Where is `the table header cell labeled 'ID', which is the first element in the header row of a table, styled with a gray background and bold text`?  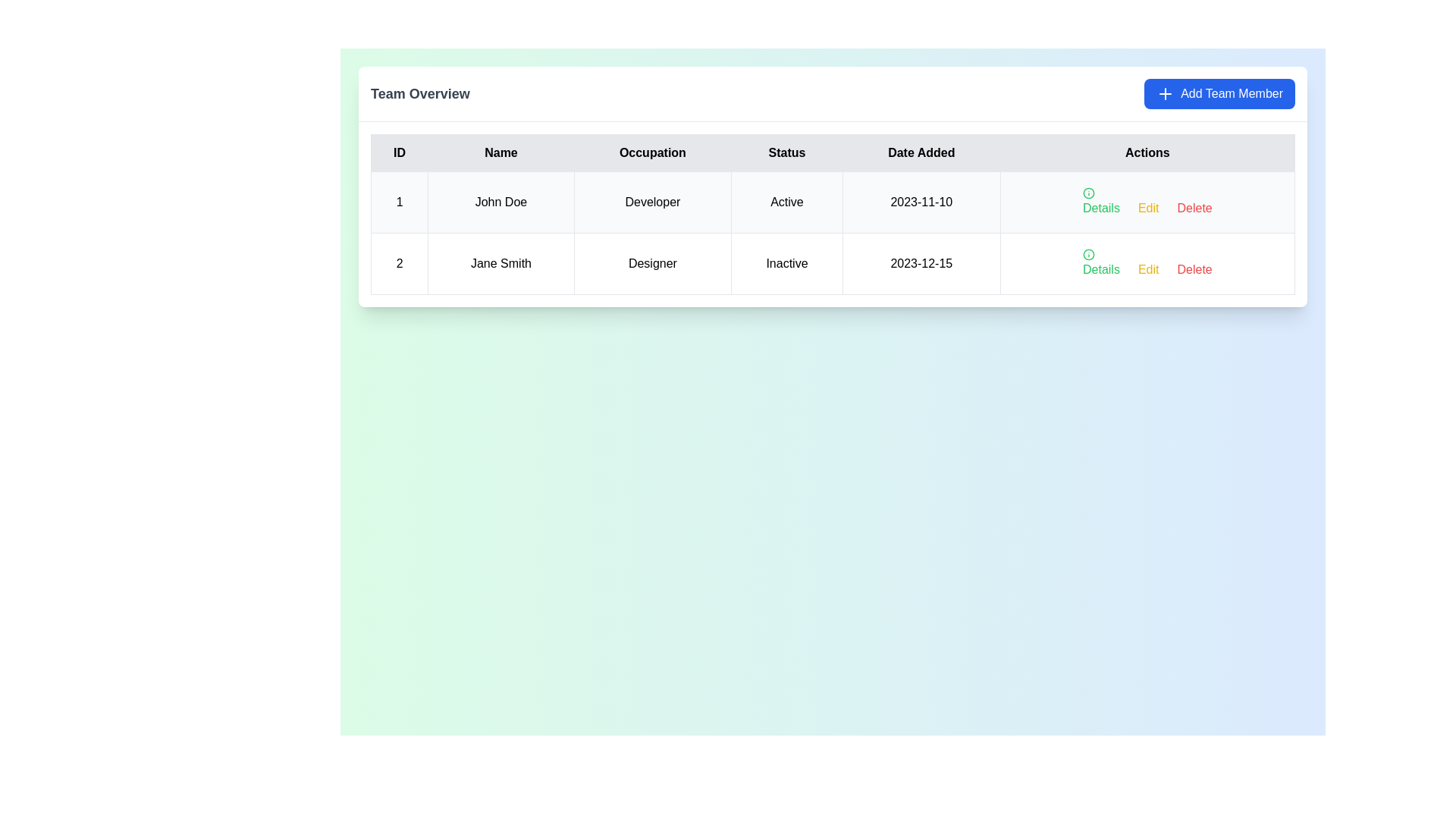
the table header cell labeled 'ID', which is the first element in the header row of a table, styled with a gray background and bold text is located at coordinates (400, 152).